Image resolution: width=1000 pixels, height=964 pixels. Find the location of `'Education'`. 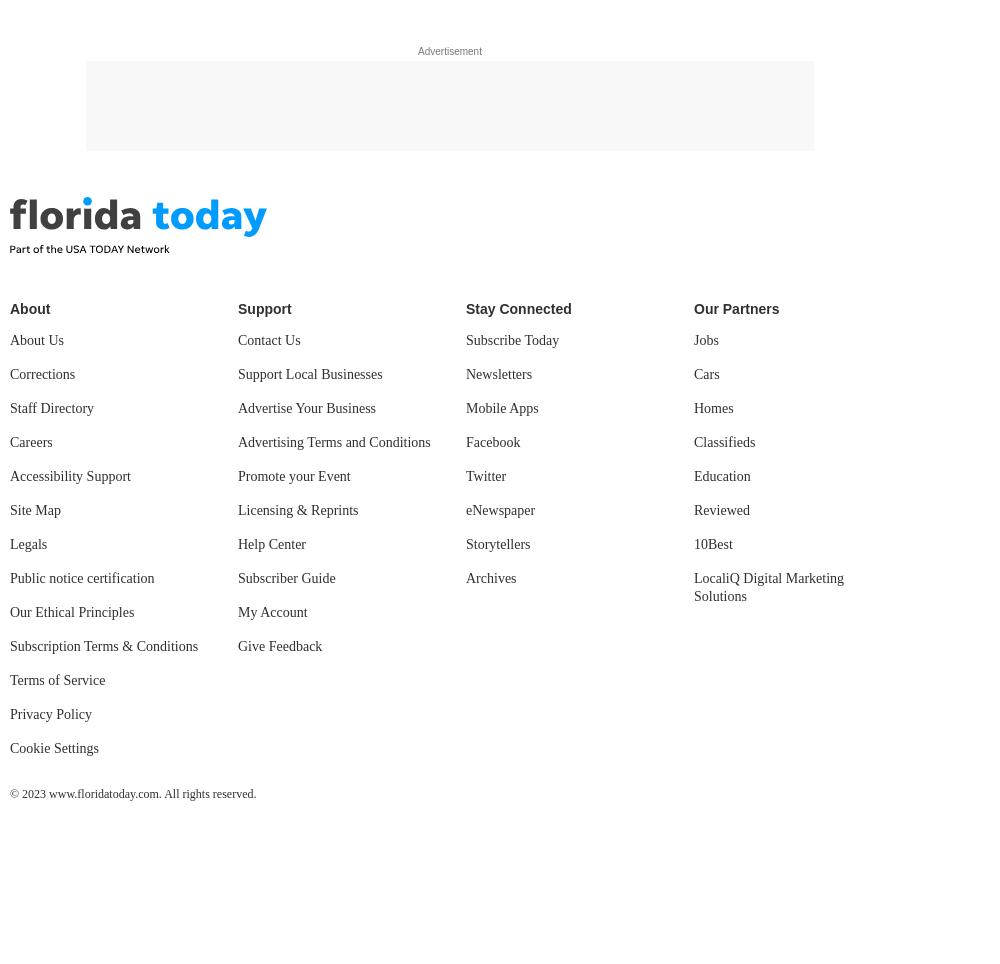

'Education' is located at coordinates (693, 476).